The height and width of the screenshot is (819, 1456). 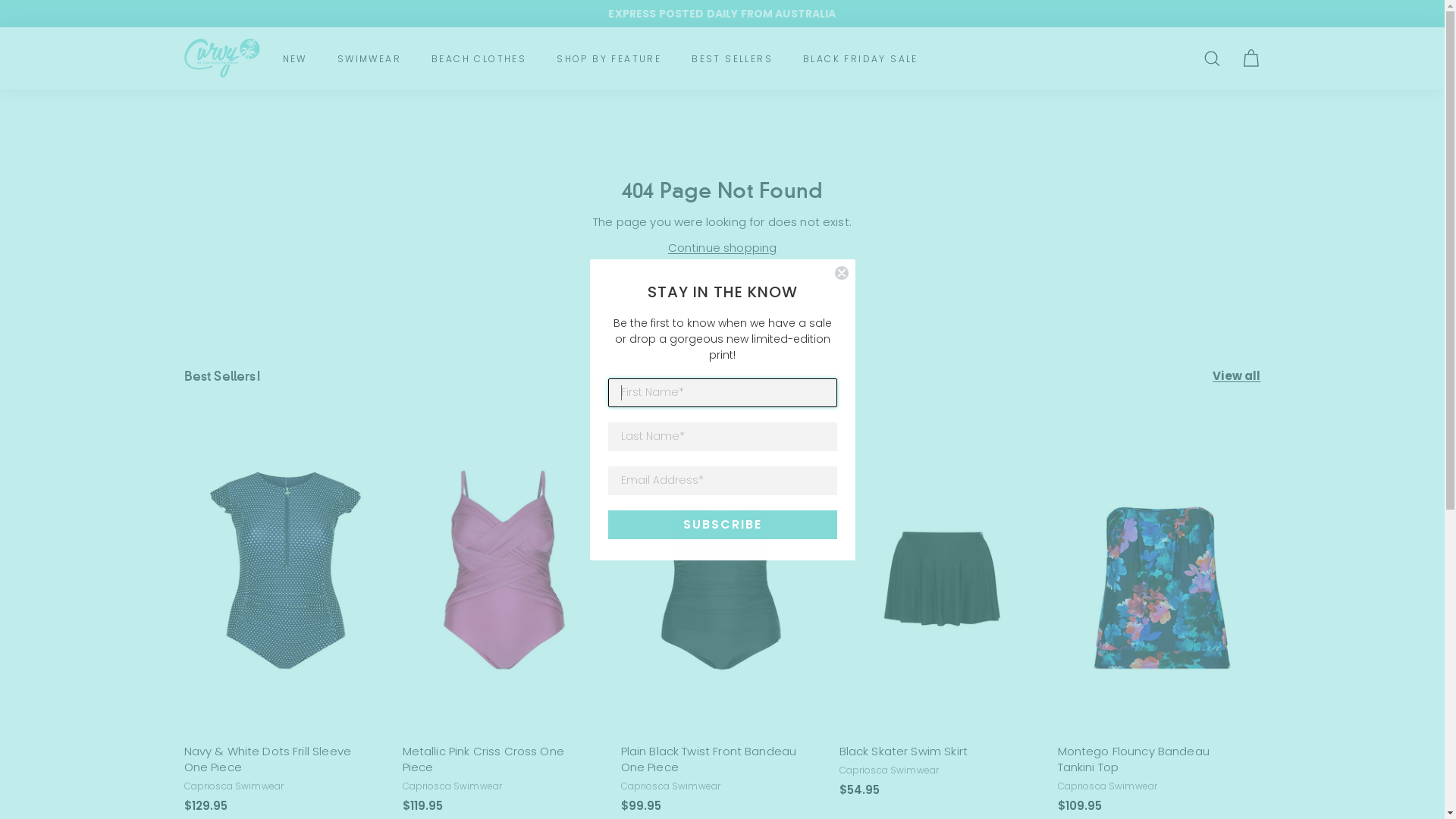 What do you see at coordinates (787, 58) in the screenshot?
I see `'BLACK FRIDAY SALE'` at bounding box center [787, 58].